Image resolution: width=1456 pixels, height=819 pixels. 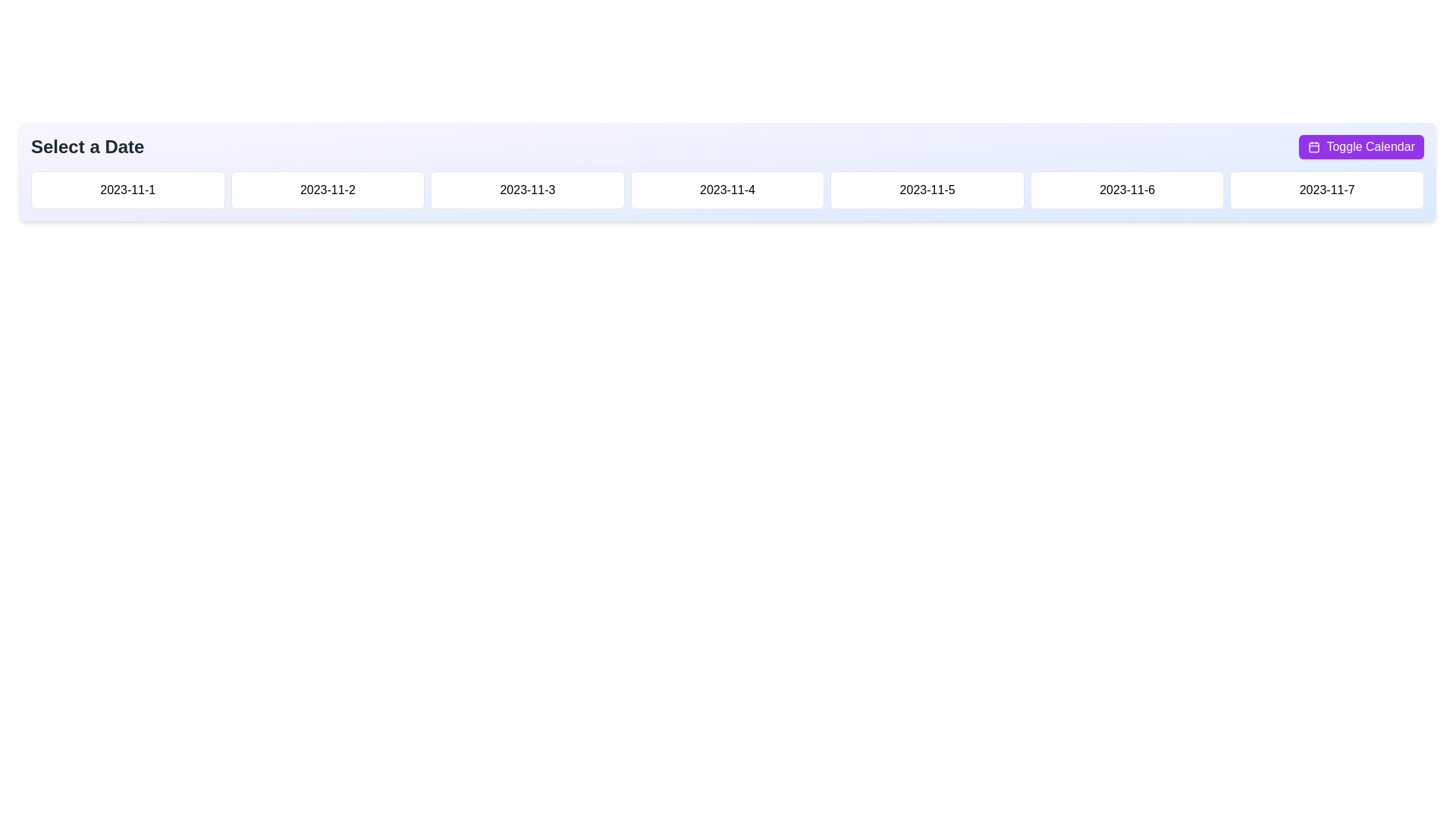 I want to click on the button labeled '2023-11-4' which has a white background, rounded corners, and changes color on hover to observe its interactive behavior, so click(x=726, y=189).